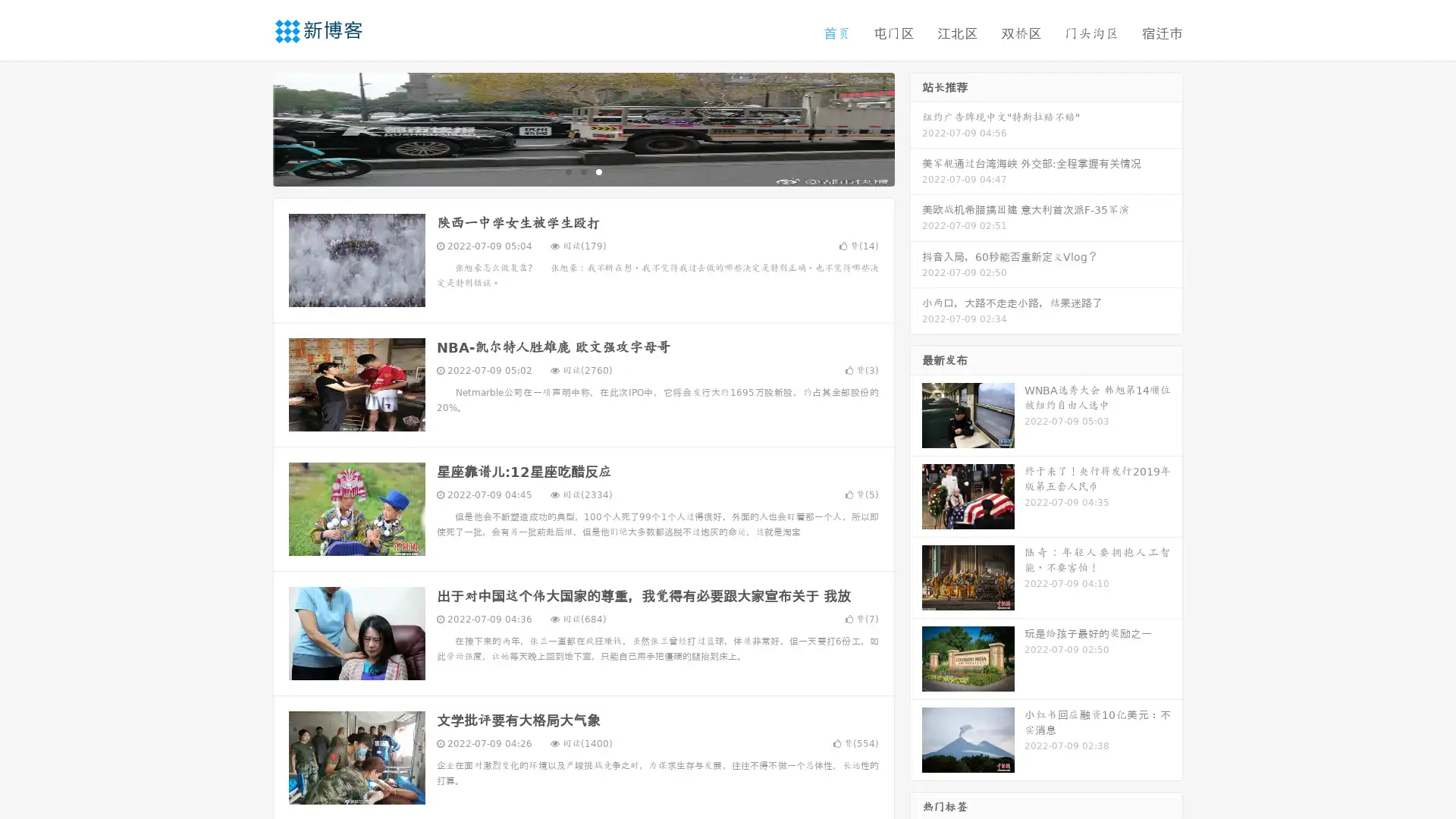 The image size is (1456, 819). Describe the element at coordinates (250, 127) in the screenshot. I see `Previous slide` at that location.